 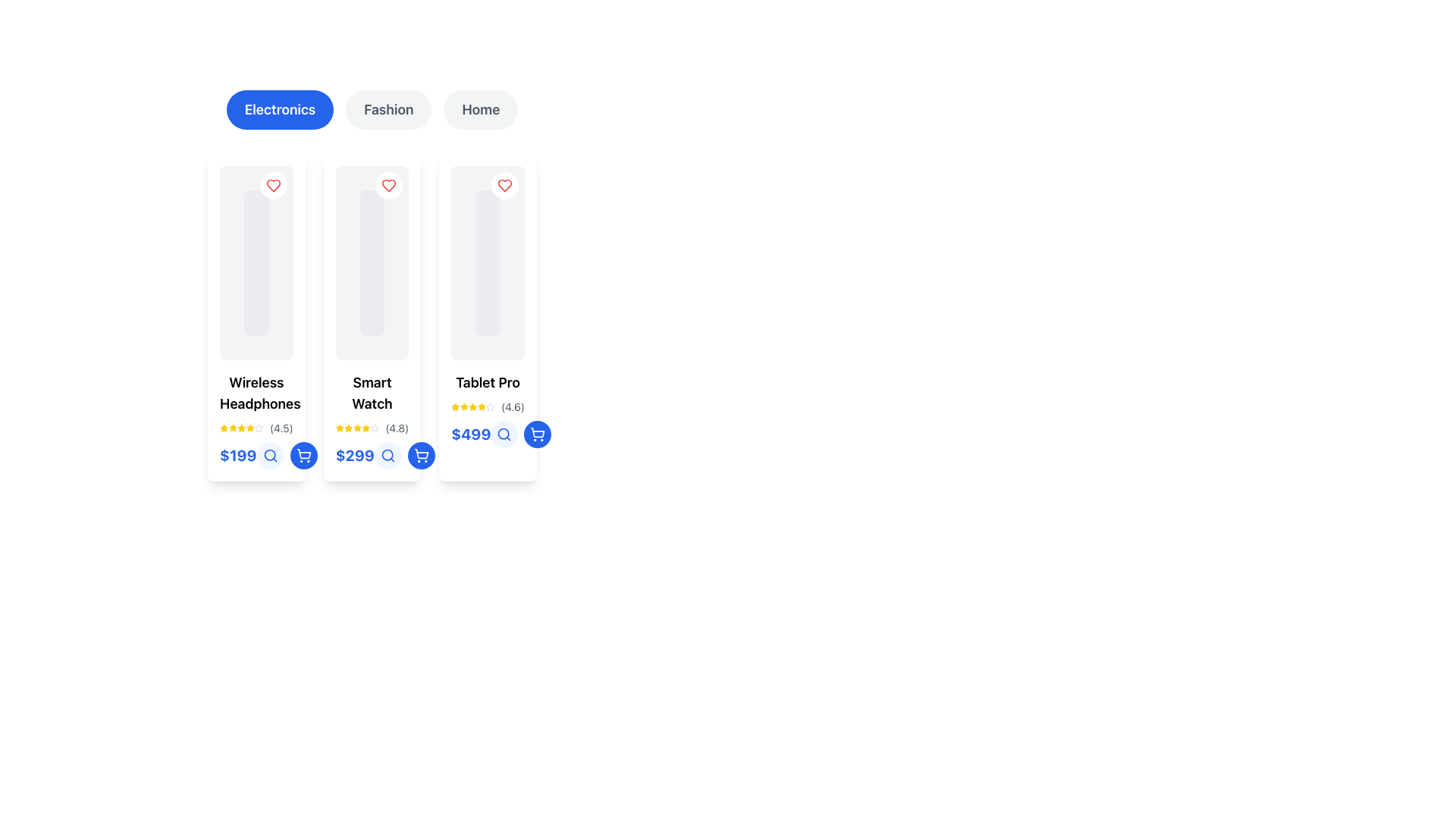 I want to click on the circular part of the search icon located, so click(x=504, y=434).